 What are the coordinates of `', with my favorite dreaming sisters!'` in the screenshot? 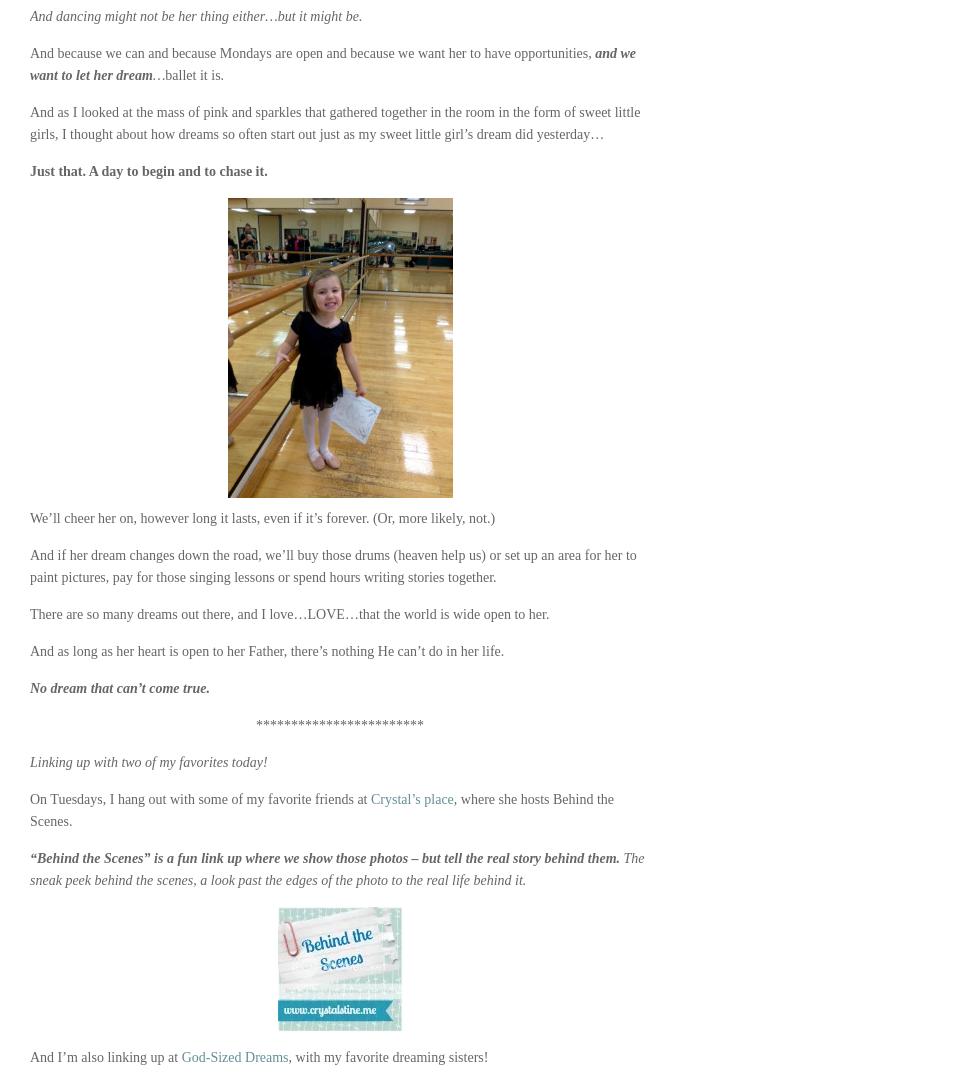 It's located at (387, 1057).